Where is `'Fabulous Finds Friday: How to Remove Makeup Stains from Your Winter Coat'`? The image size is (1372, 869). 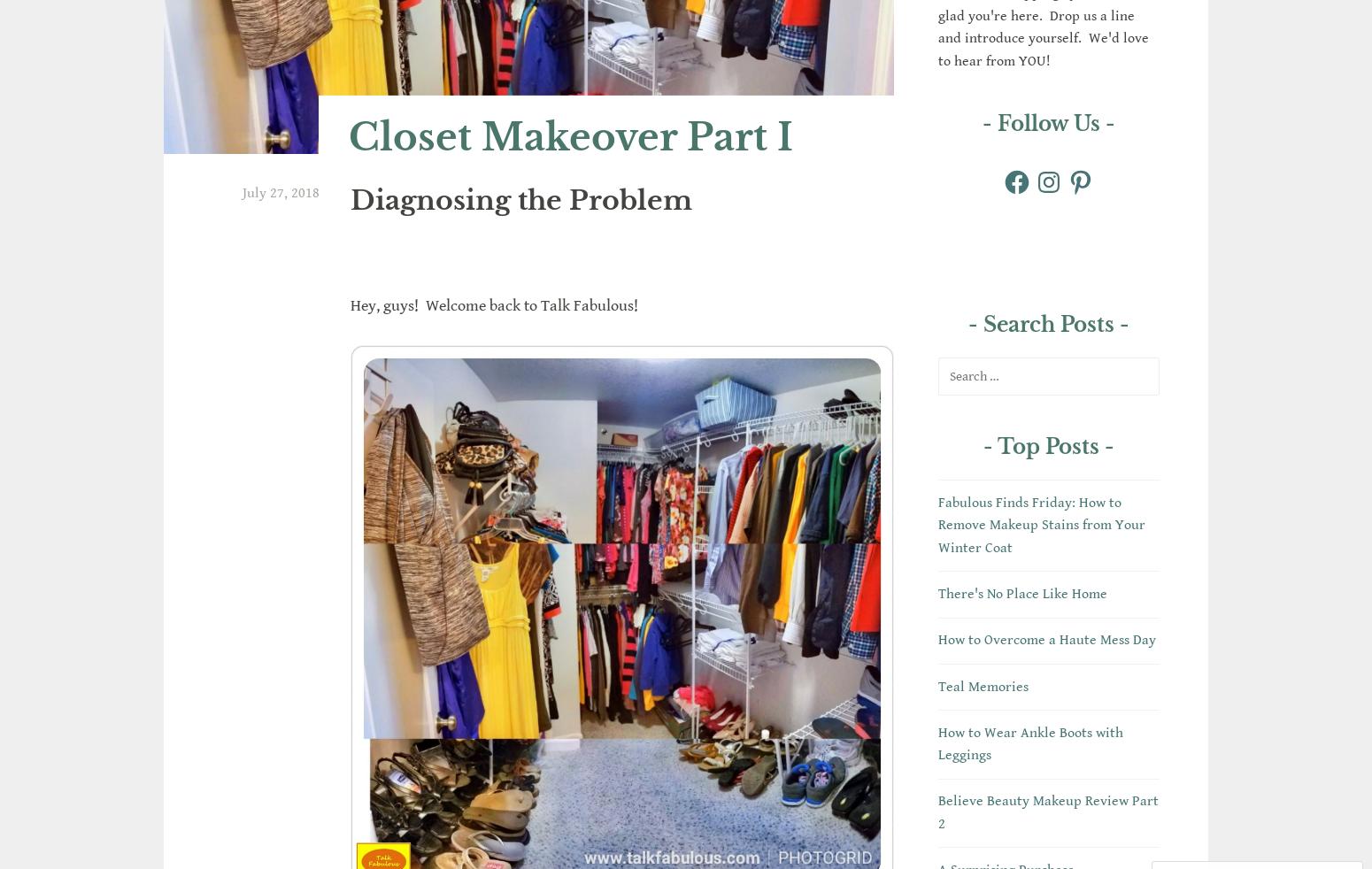 'Fabulous Finds Friday: How to Remove Makeup Stains from Your Winter Coat' is located at coordinates (938, 524).